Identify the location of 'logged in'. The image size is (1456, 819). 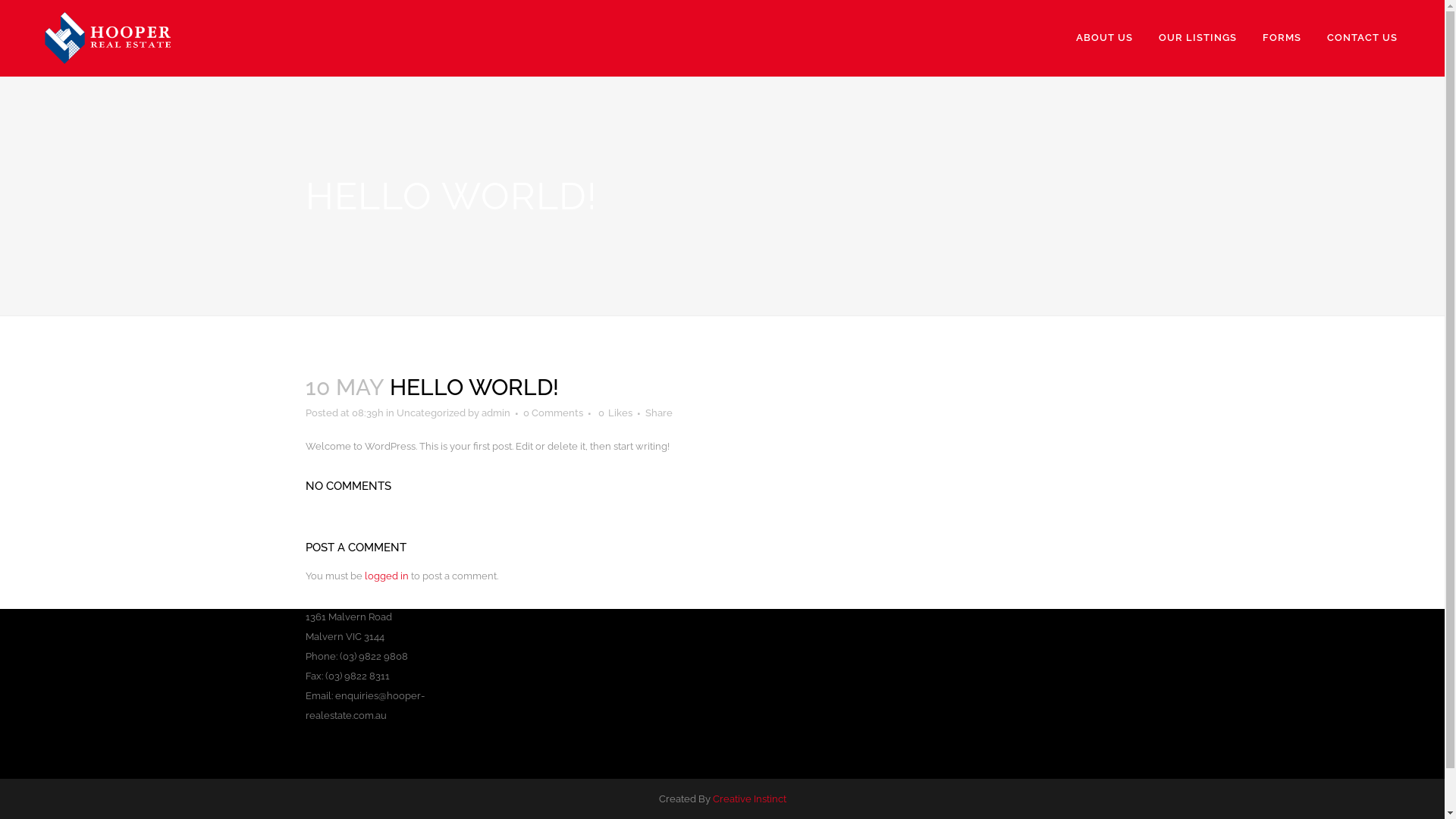
(385, 576).